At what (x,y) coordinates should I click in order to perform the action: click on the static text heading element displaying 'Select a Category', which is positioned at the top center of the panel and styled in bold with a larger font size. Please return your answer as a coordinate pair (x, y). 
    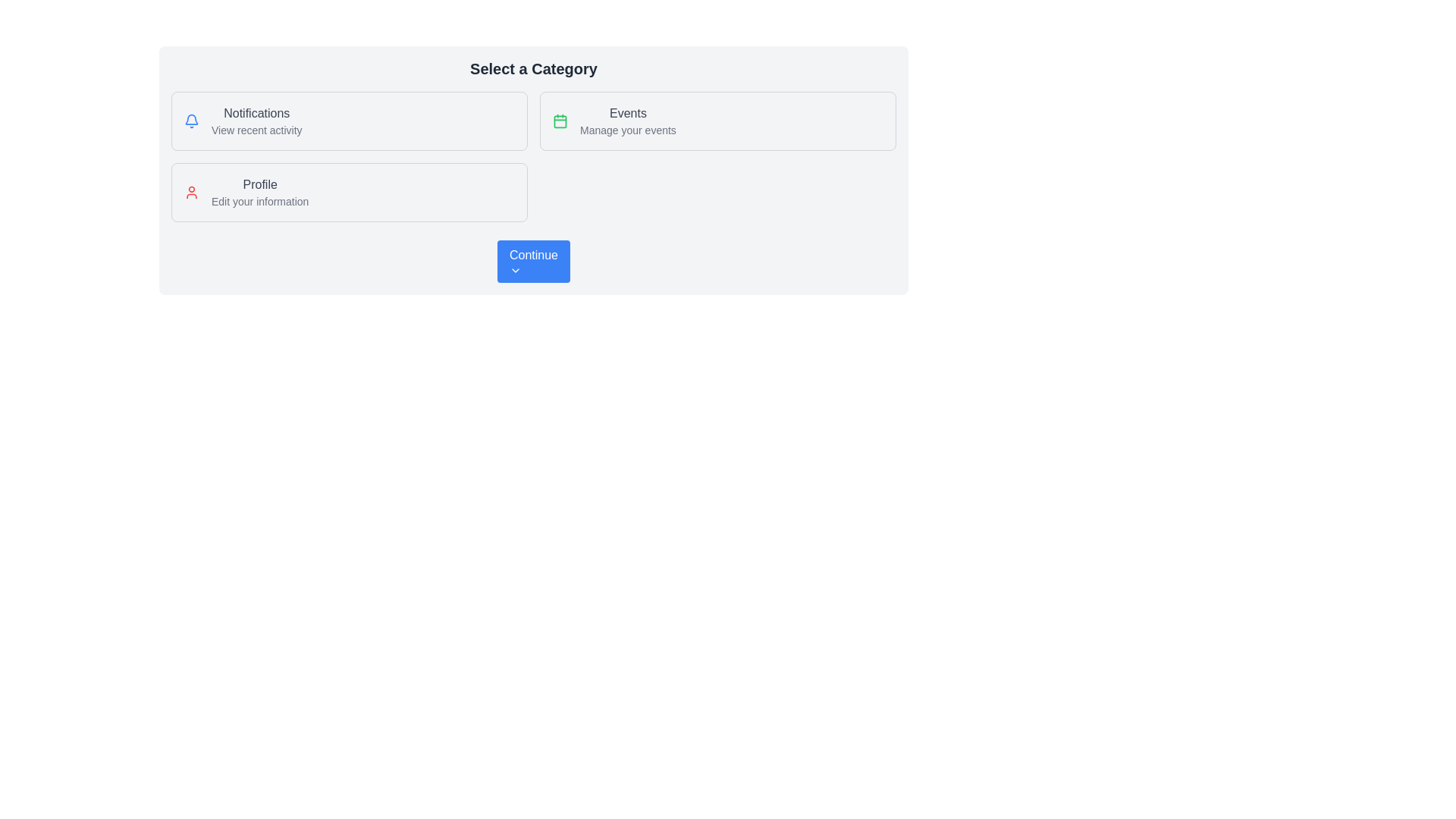
    Looking at the image, I should click on (534, 69).